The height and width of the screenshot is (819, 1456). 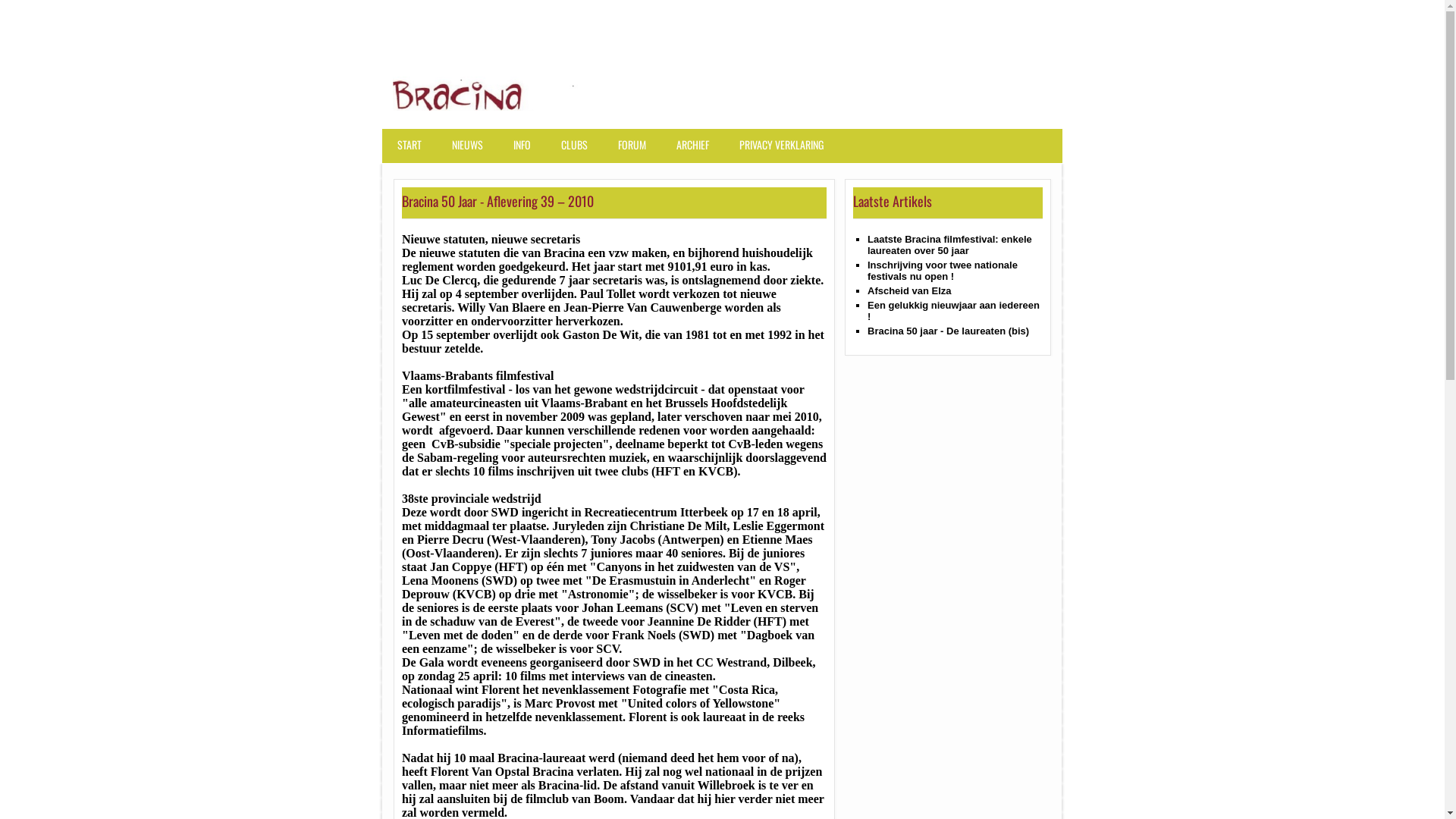 What do you see at coordinates (695, 152) in the screenshot?
I see `'ARCHIEF'` at bounding box center [695, 152].